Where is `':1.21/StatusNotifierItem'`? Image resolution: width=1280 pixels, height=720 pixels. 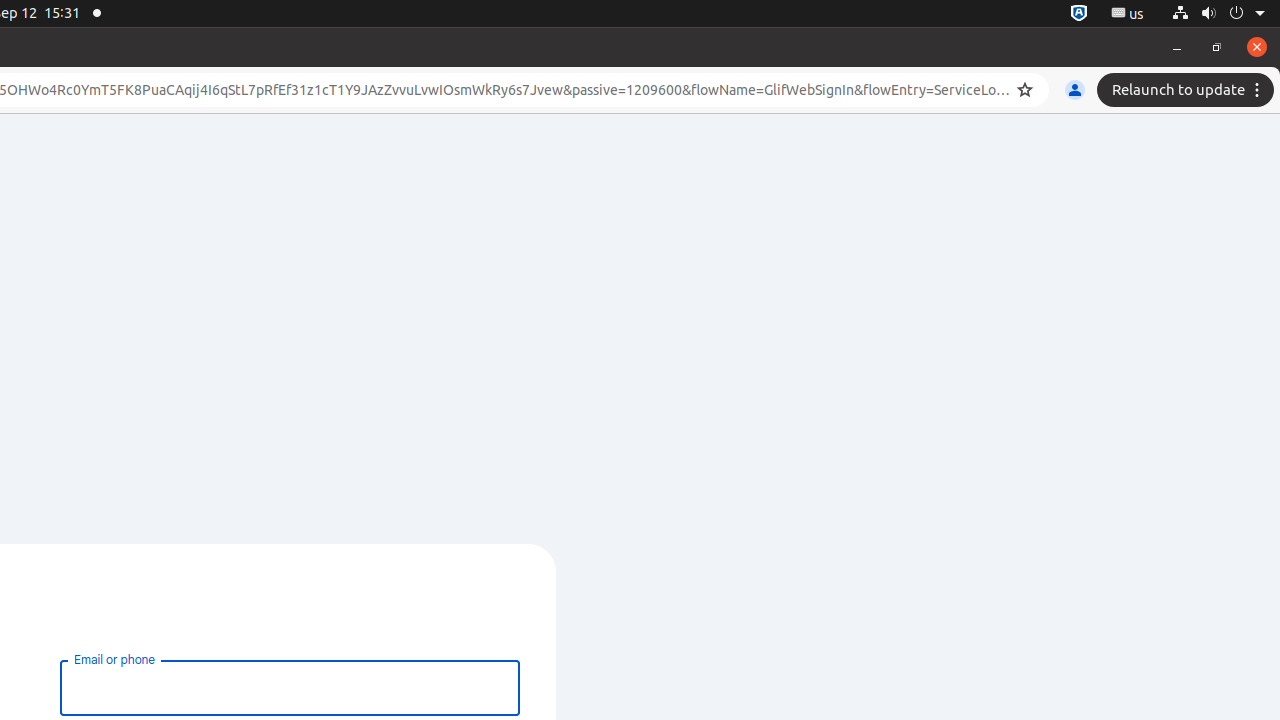
':1.21/StatusNotifierItem' is located at coordinates (1127, 13).